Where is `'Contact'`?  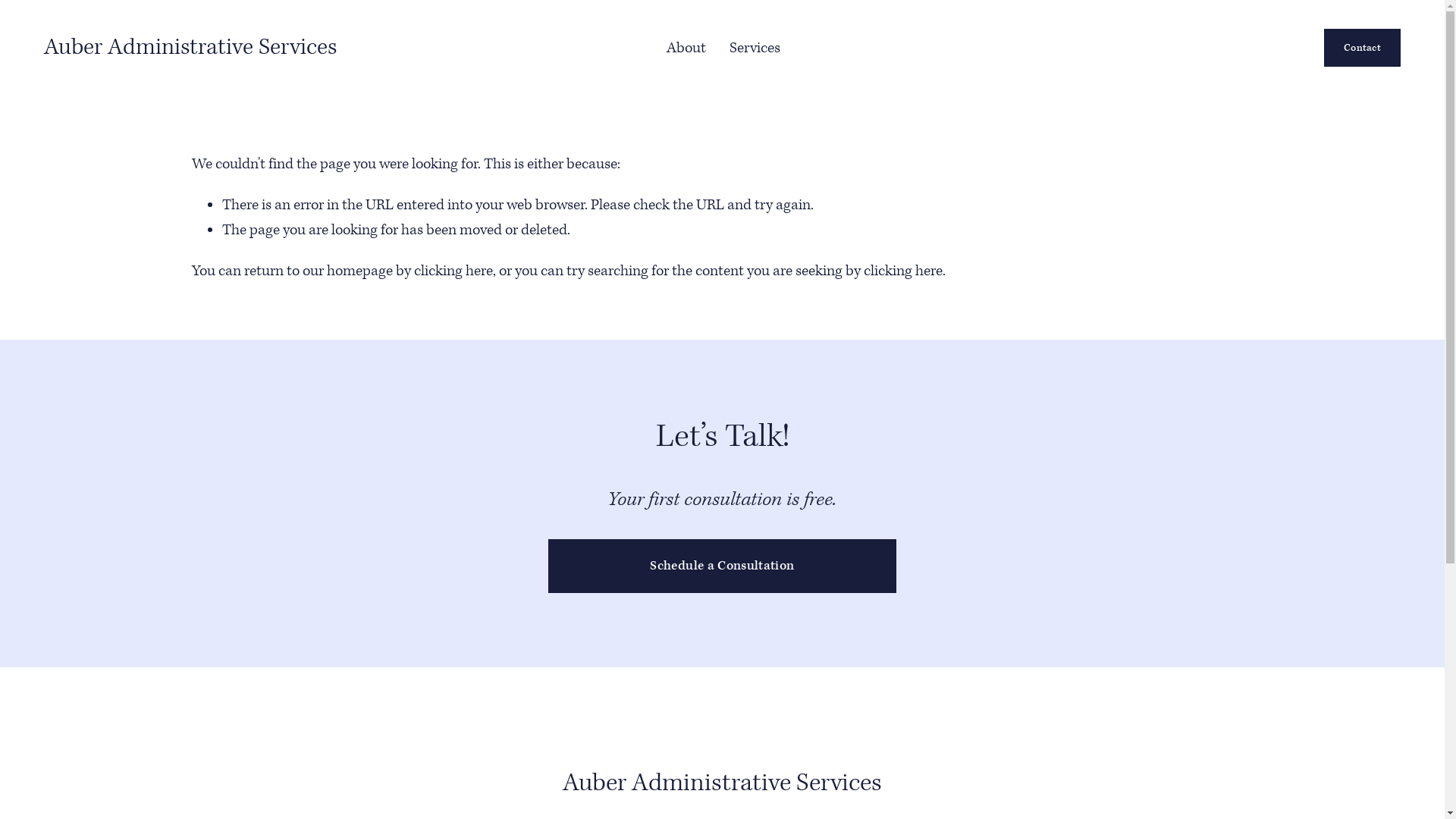 'Contact' is located at coordinates (1362, 46).